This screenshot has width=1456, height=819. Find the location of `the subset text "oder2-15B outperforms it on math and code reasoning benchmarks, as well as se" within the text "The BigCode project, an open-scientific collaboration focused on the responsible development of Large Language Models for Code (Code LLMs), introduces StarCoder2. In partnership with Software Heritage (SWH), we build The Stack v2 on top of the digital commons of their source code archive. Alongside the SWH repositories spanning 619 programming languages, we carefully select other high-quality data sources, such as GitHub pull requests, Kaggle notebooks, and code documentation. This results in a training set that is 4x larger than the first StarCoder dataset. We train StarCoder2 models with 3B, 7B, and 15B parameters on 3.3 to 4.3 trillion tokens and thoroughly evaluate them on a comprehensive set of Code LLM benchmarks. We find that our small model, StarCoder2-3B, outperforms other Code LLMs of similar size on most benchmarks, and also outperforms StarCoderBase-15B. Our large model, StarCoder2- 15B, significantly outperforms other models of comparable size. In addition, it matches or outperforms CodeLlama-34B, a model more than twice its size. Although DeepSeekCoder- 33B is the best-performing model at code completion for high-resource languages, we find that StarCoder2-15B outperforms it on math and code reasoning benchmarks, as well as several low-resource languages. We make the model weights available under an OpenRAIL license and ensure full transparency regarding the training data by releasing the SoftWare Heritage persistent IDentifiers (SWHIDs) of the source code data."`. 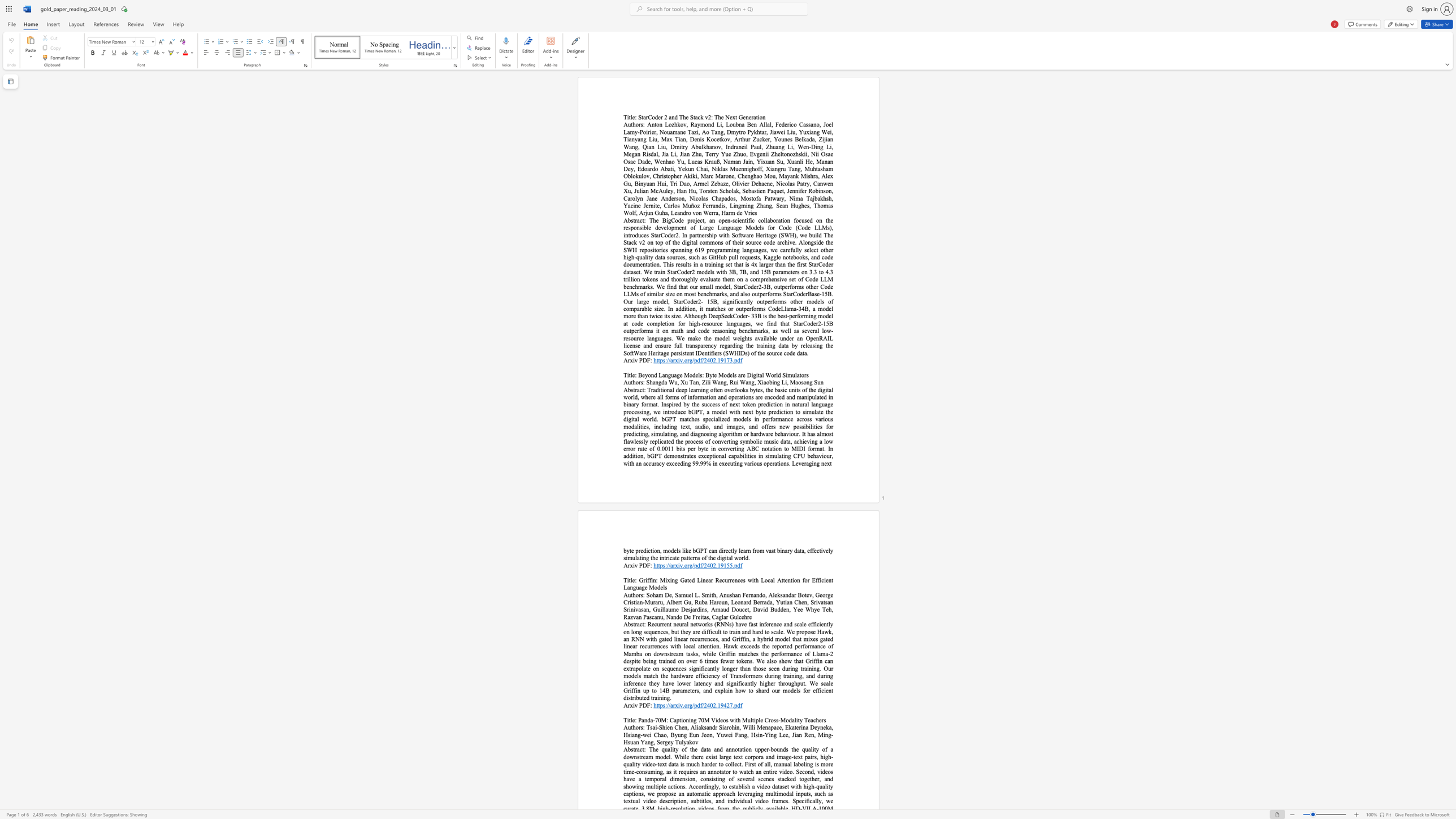

the subset text "oder2-15B outperforms it on math and code reasoning benchmarks, as well as se" within the text "The BigCode project, an open-scientific collaboration focused on the responsible development of Large Language Models for Code (Code LLMs), introduces StarCoder2. In partnership with Software Heritage (SWH), we build The Stack v2 on top of the digital commons of their source code archive. Alongside the SWH repositories spanning 619 programming languages, we carefully select other high-quality data sources, such as GitHub pull requests, Kaggle notebooks, and code documentation. This results in a training set that is 4x larger than the first StarCoder dataset. We train StarCoder2 models with 3B, 7B, and 15B parameters on 3.3 to 4.3 trillion tokens and thoroughly evaluate them on a comprehensive set of Code LLM benchmarks. We find that our small model, StarCoder2-3B, outperforms other Code LLMs of similar size on most benchmarks, and also outperforms StarCoderBase-15B. Our large model, StarCoder2- 15B, significantly outperforms other models of comparable size. In addition, it matches or outperforms CodeLlama-34B, a model more than twice its size. Although DeepSeekCoder- 33B is the best-performing model at code completion for high-resource languages, we find that StarCoder2-15B outperforms it on math and code reasoning benchmarks, as well as several low-resource languages. We make the model weights available under an OpenRAIL license and ensure full transparency regarding the training data by releasing the SoftWare Heritage persistent IDentifiers (SWHIDs) of the source code data." is located at coordinates (807, 323).